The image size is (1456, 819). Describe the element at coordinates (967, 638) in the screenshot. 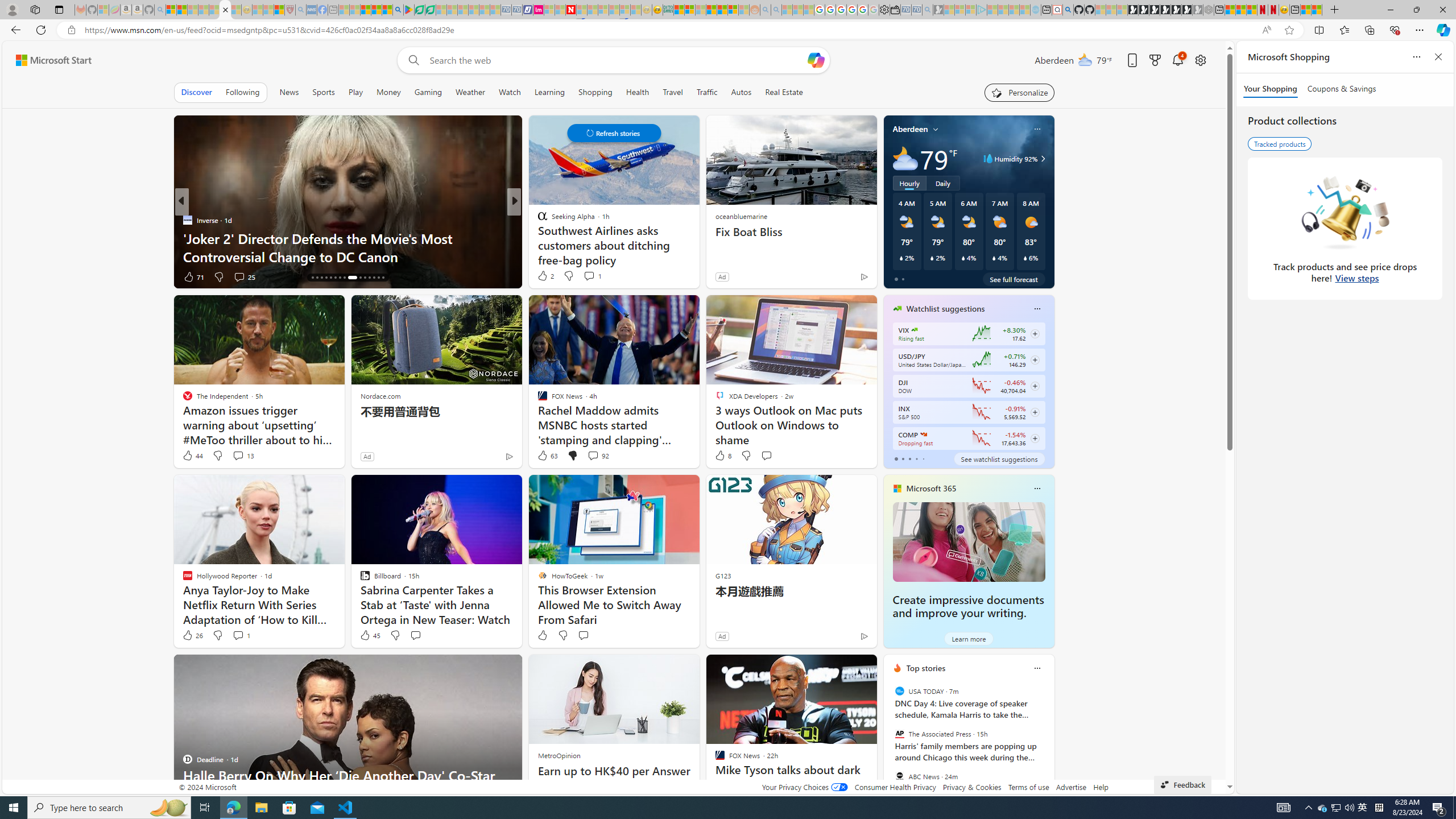

I see `'Learn more'` at that location.